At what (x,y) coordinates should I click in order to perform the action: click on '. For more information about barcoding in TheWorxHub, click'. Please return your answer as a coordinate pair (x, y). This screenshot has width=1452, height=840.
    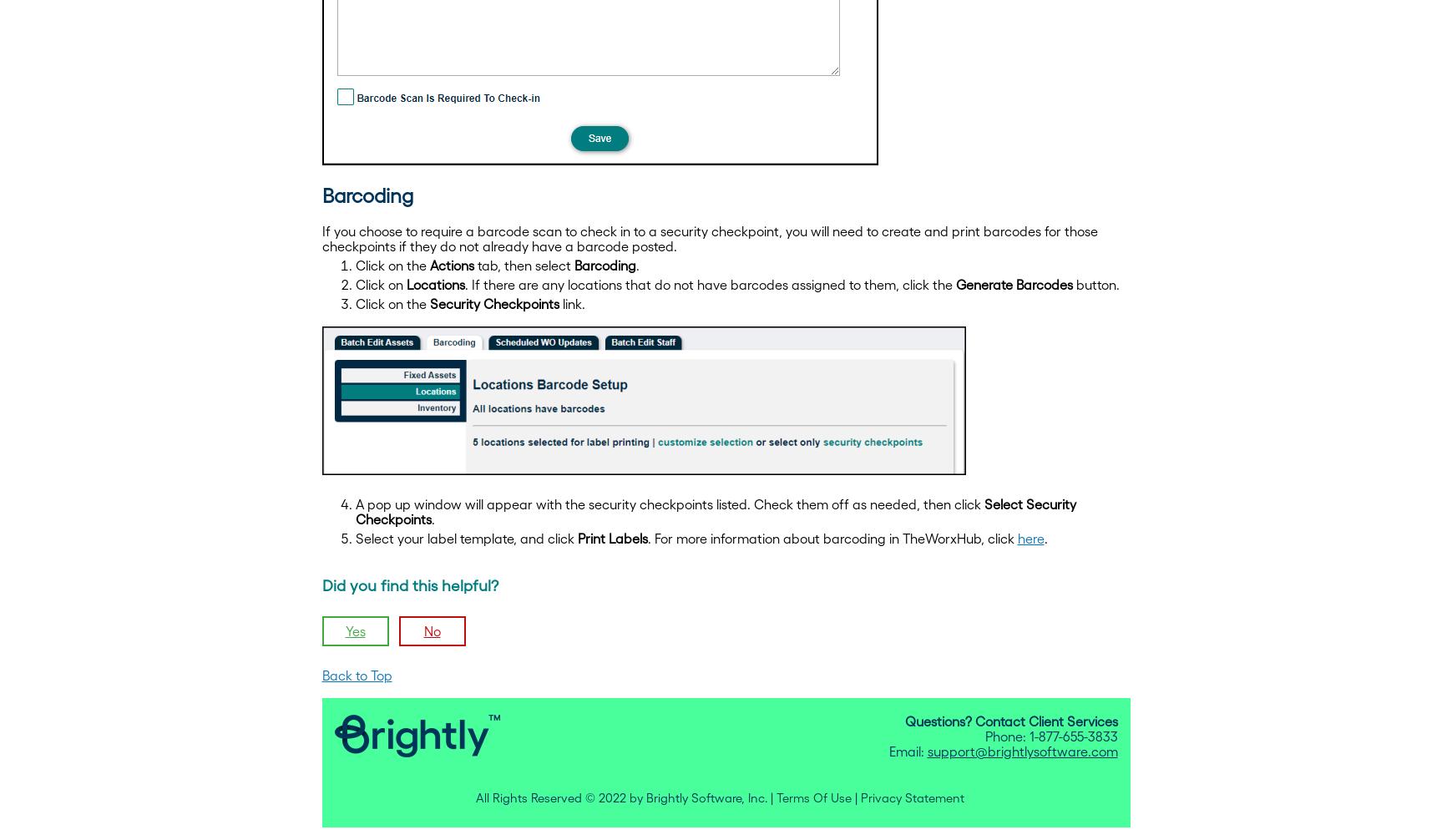
    Looking at the image, I should click on (832, 538).